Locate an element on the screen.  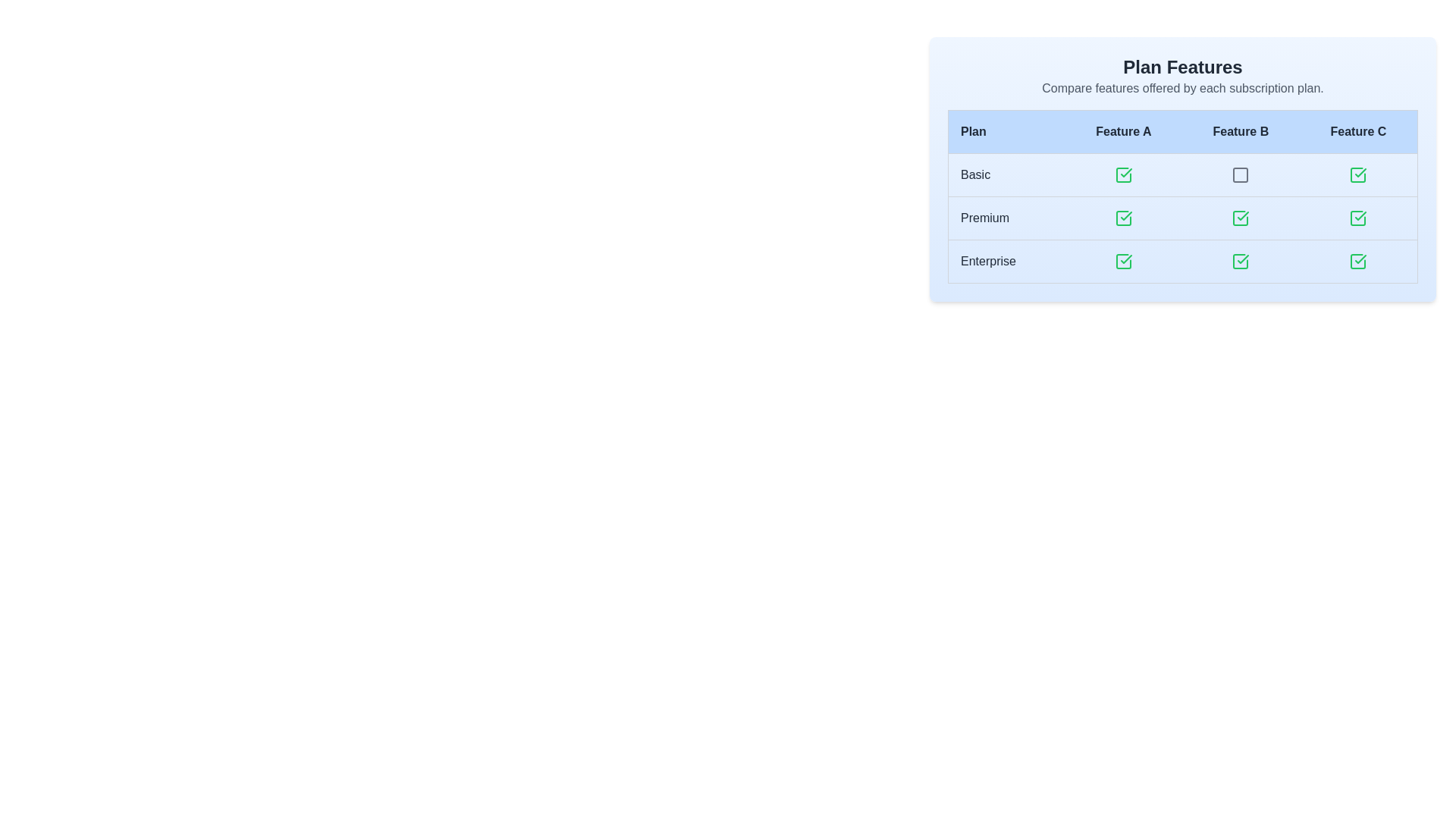
the graphical vector-based icon indicating a status in the 'Basic' row of the grid layout is located at coordinates (1123, 174).